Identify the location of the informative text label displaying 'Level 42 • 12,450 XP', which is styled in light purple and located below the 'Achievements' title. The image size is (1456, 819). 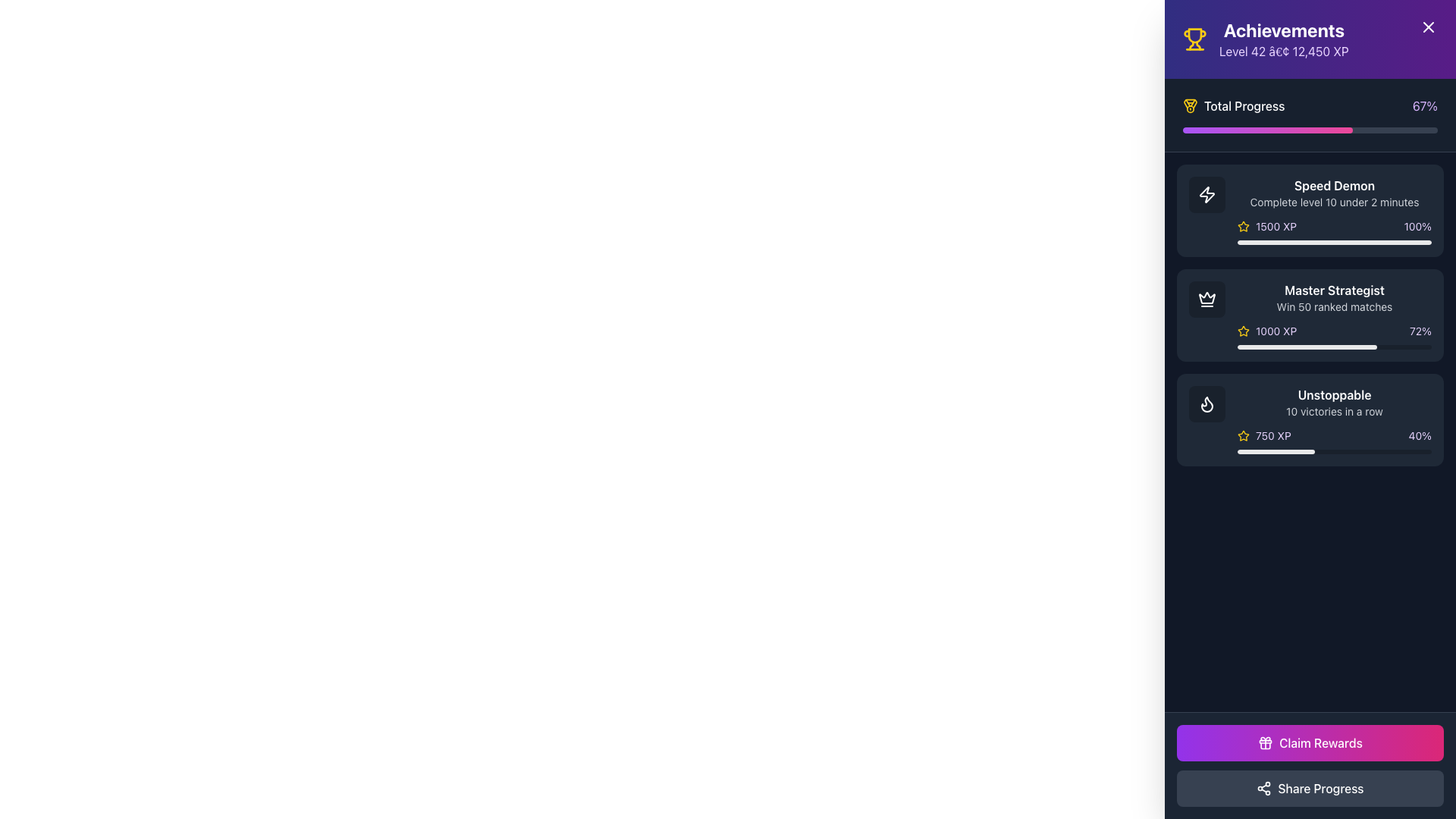
(1283, 51).